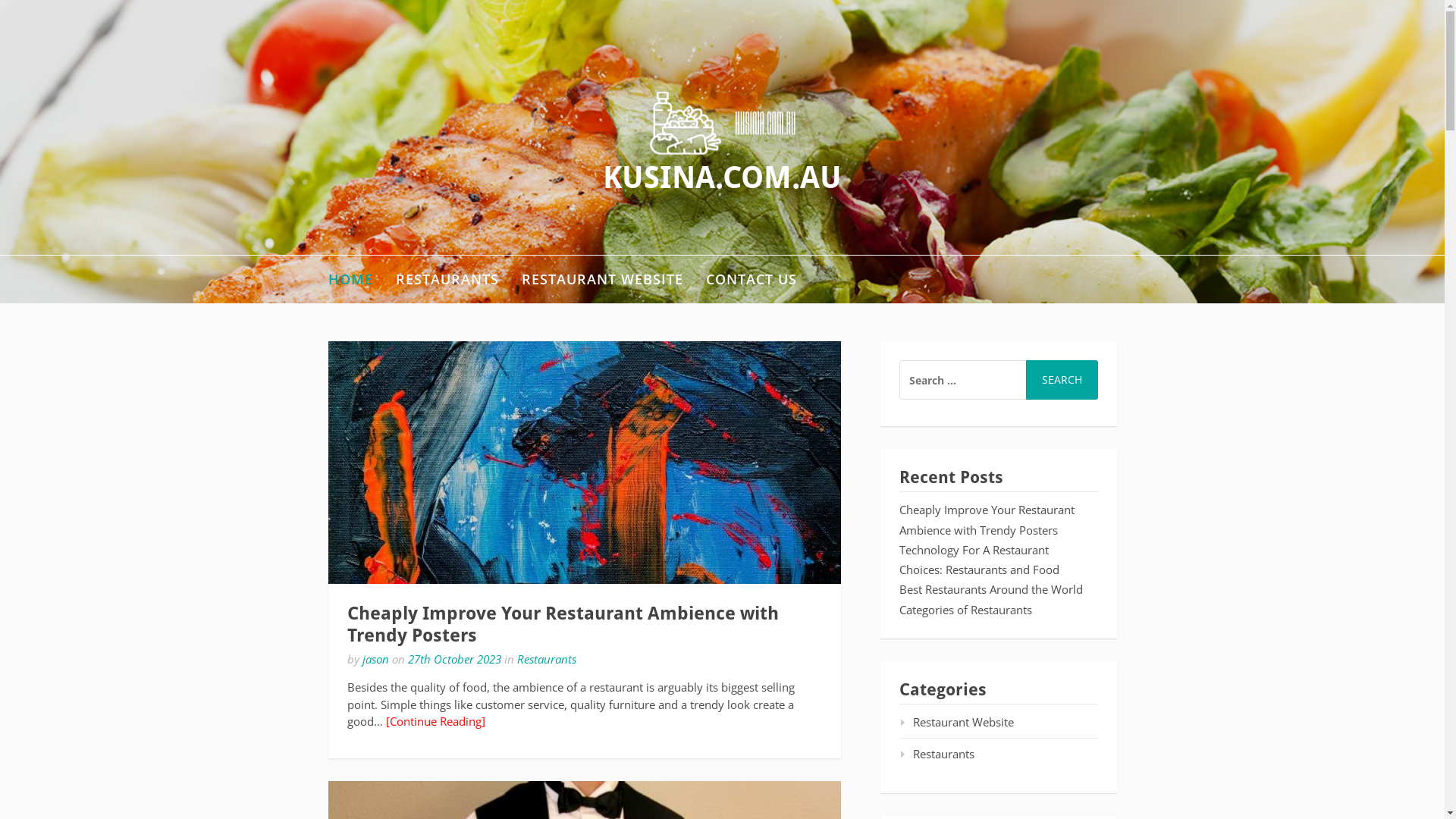 Image resolution: width=1456 pixels, height=819 pixels. What do you see at coordinates (990, 588) in the screenshot?
I see `'Best Restaurants Around the World'` at bounding box center [990, 588].